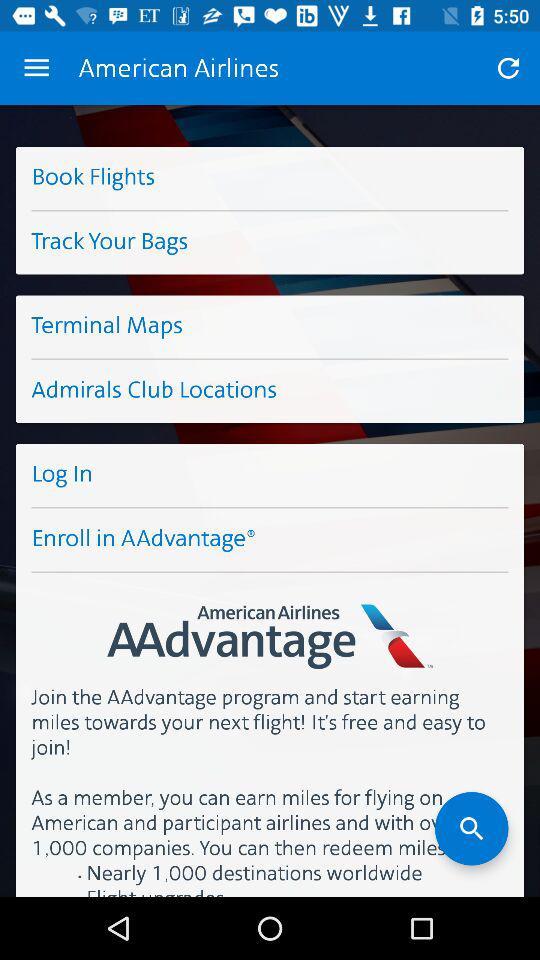 Image resolution: width=540 pixels, height=960 pixels. What do you see at coordinates (270, 241) in the screenshot?
I see `the track your bags item` at bounding box center [270, 241].